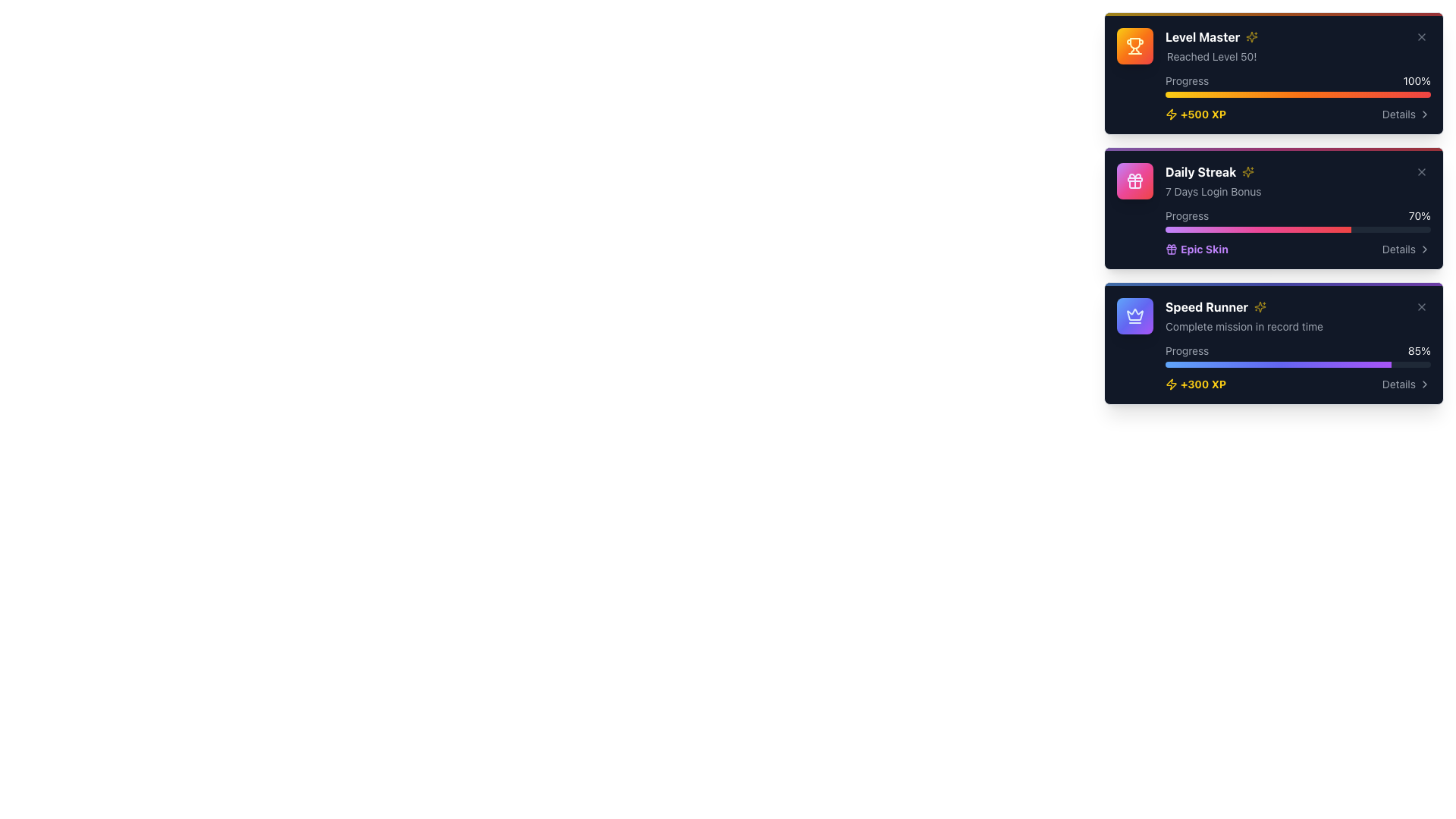 The height and width of the screenshot is (819, 1456). What do you see at coordinates (1171, 383) in the screenshot?
I see `the details of the progress icon representing a reward for speed or energy, located to the left of the '+300 XP' text within the 'Speed Runner' achievement card` at bounding box center [1171, 383].